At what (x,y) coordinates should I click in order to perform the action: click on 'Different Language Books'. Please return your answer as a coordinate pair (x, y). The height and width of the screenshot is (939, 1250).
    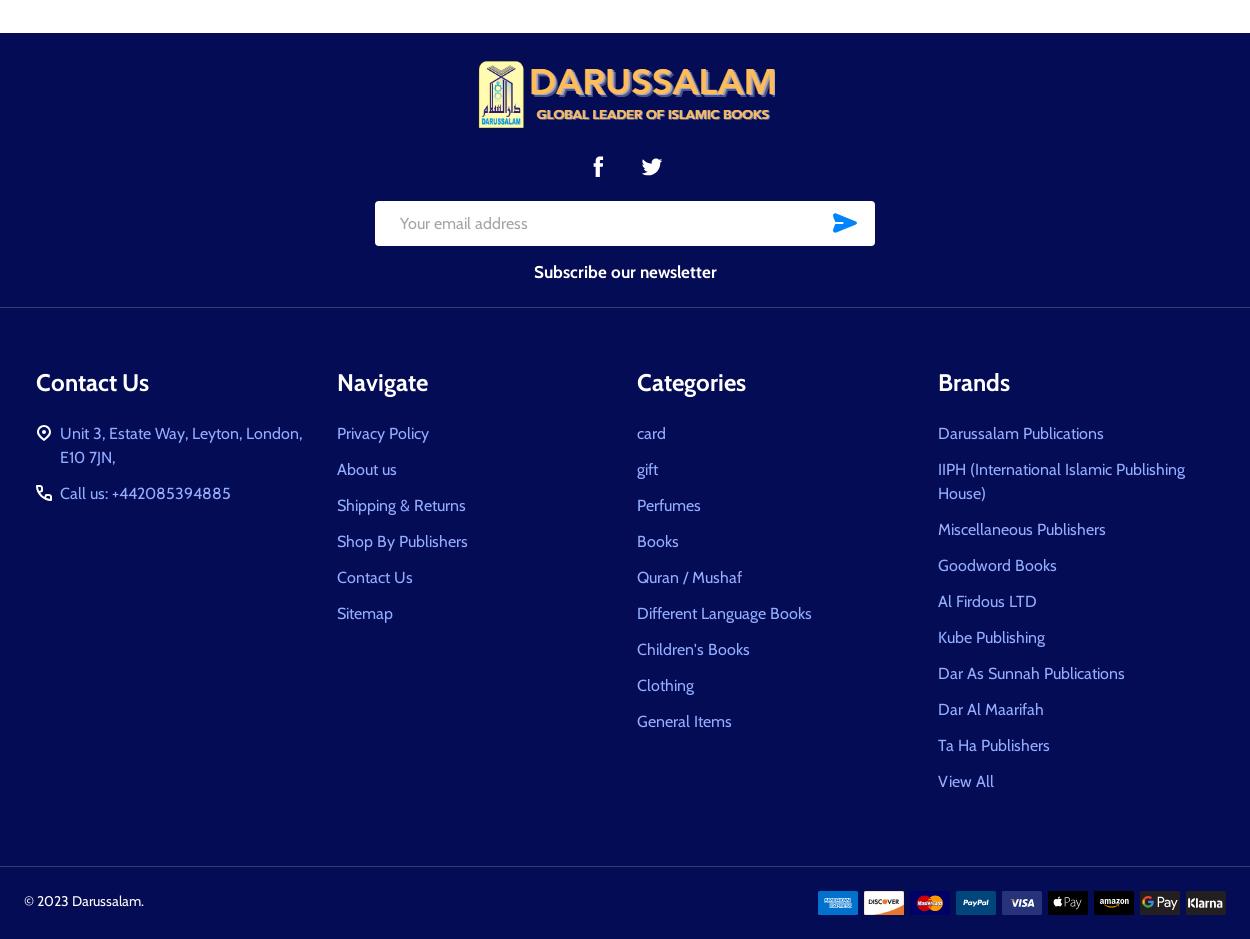
    Looking at the image, I should click on (723, 612).